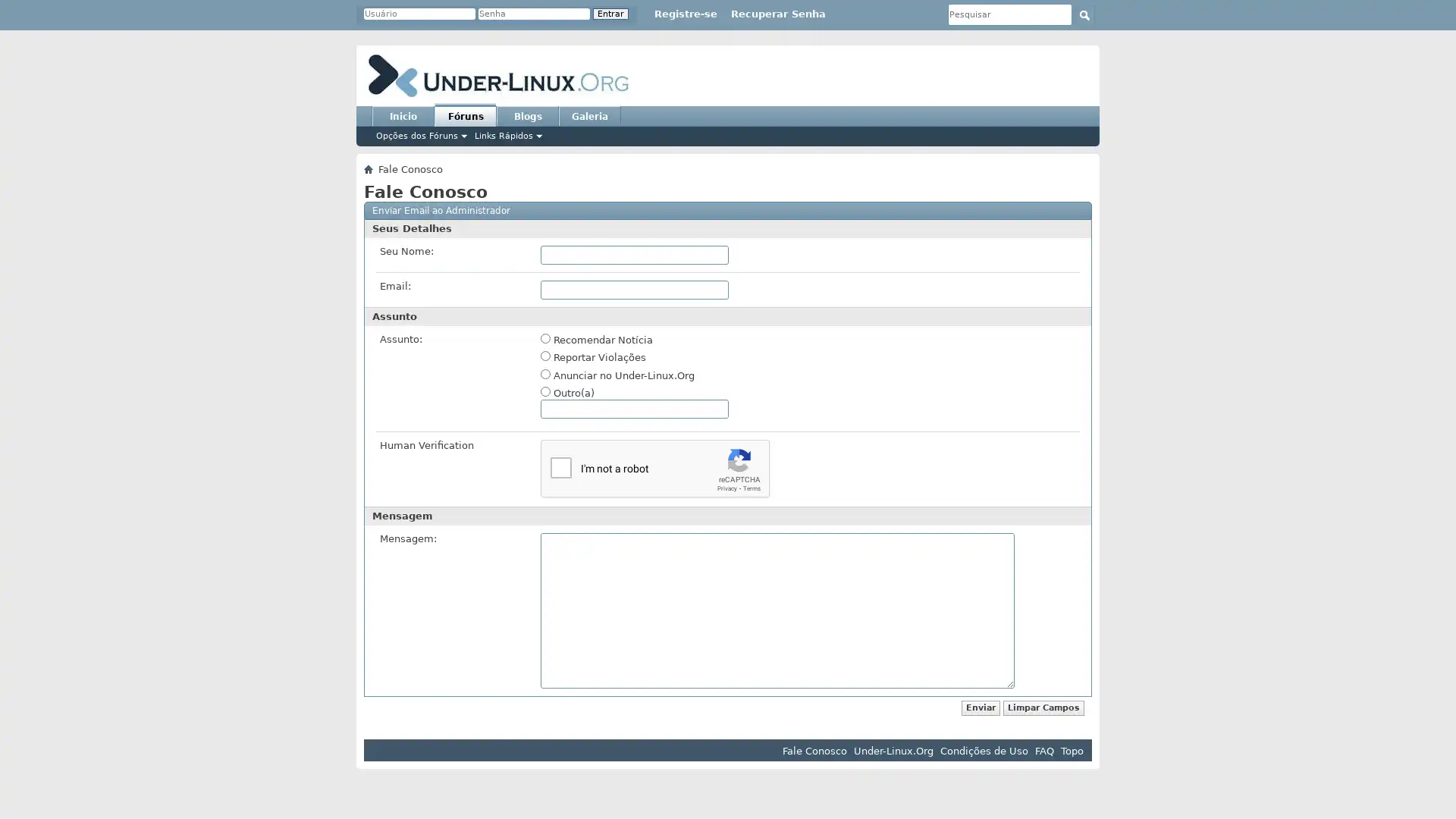 This screenshot has height=819, width=1456. Describe the element at coordinates (1043, 708) in the screenshot. I see `Limpar Campos` at that location.